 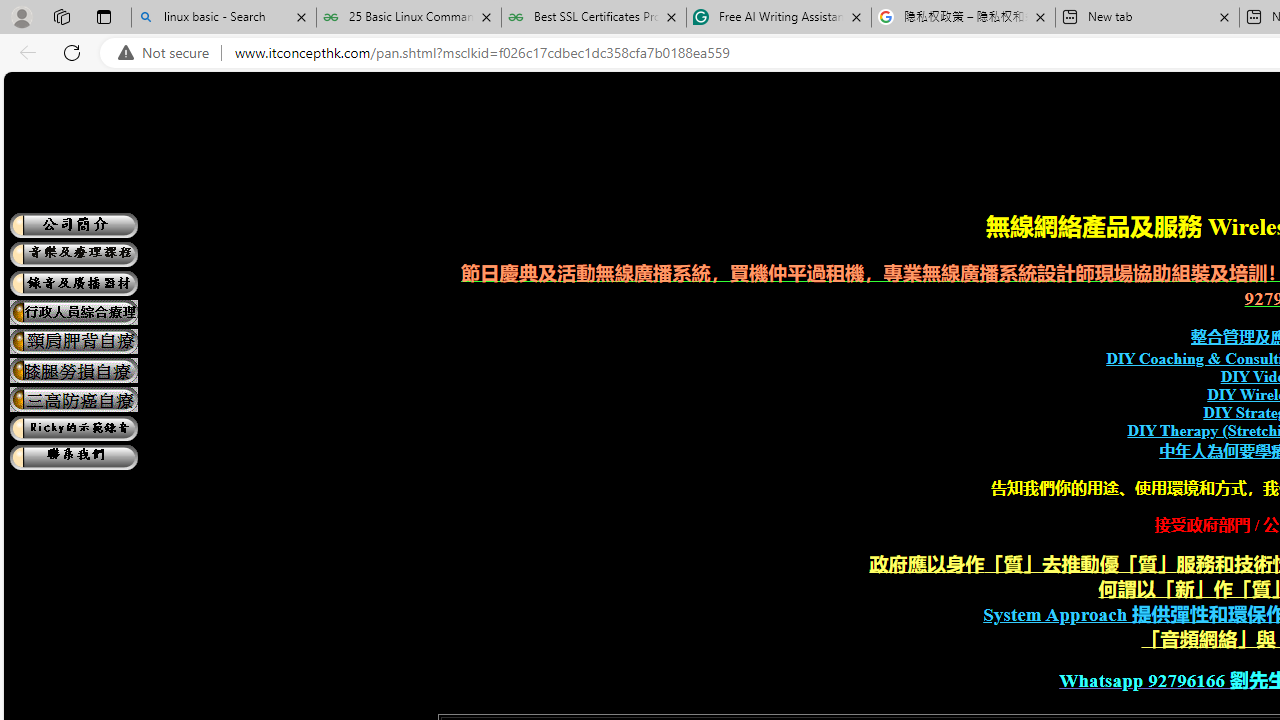 What do you see at coordinates (778, 17) in the screenshot?
I see `'Free AI Writing Assistance for Students | Grammarly'` at bounding box center [778, 17].